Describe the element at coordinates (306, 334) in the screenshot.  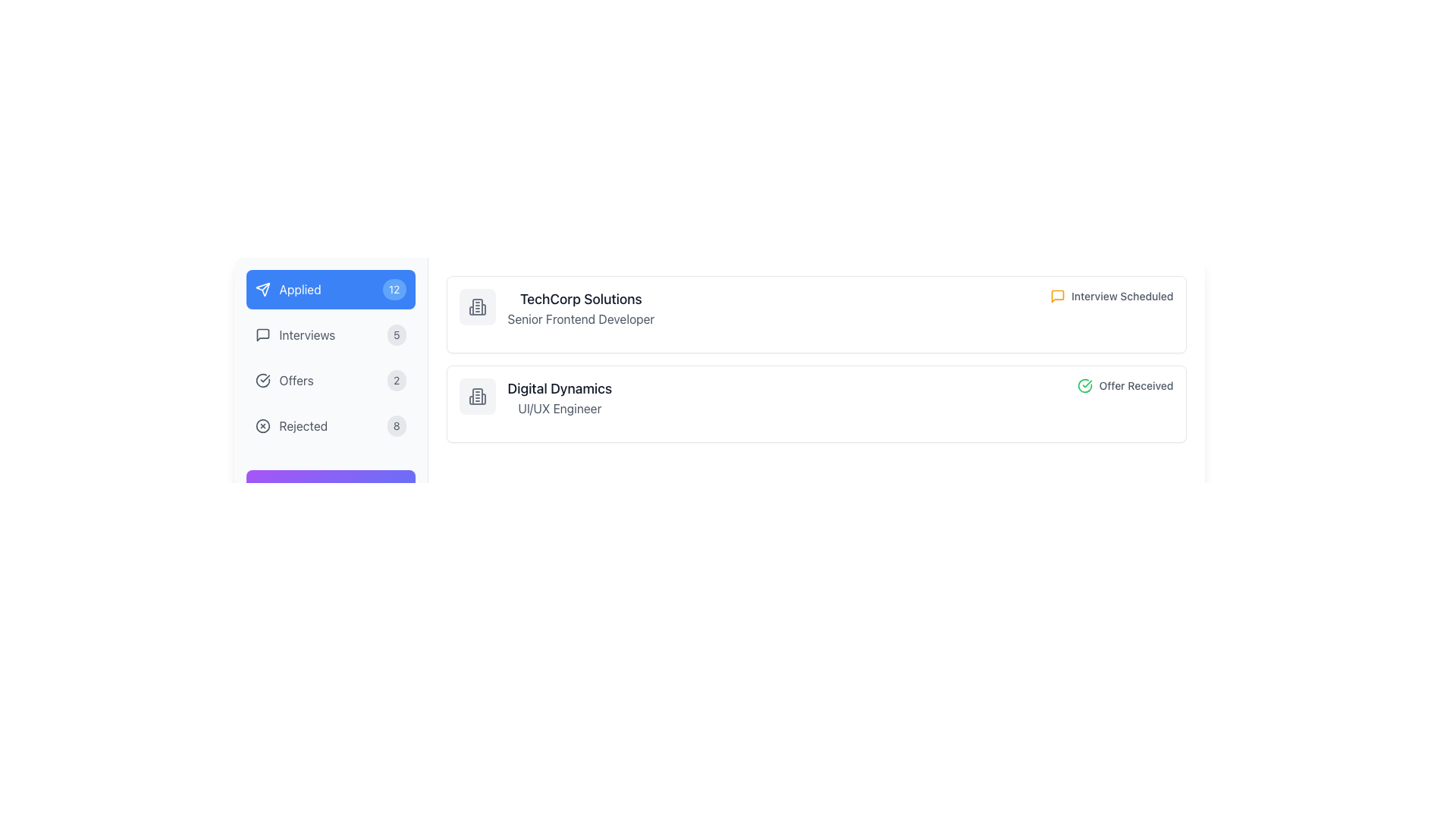
I see `the 'Interviews' text label in the vertical navigation panel` at that location.